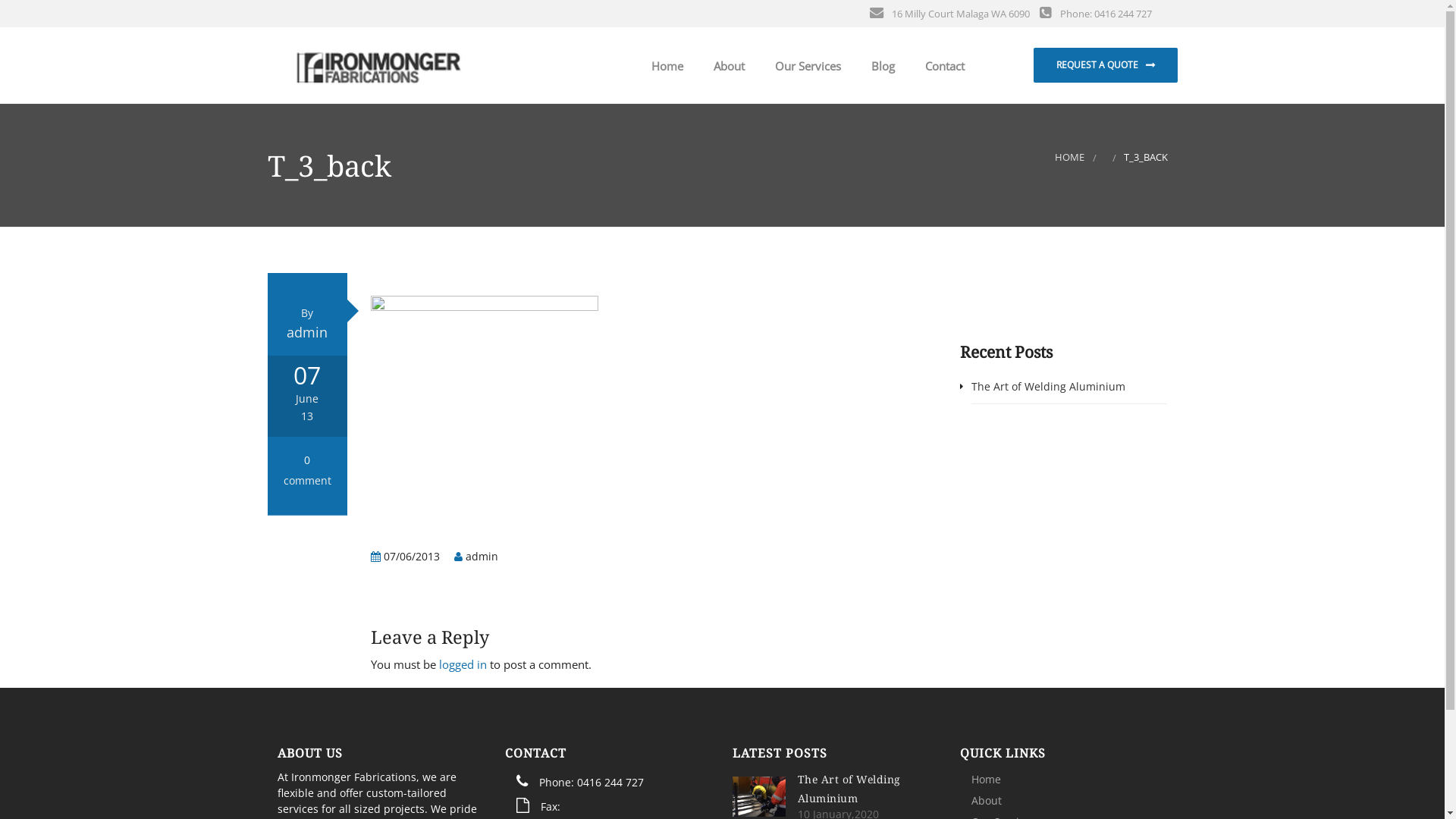 This screenshot has height=819, width=1456. What do you see at coordinates (1105, 64) in the screenshot?
I see `'REQUEST A QUOTE'` at bounding box center [1105, 64].